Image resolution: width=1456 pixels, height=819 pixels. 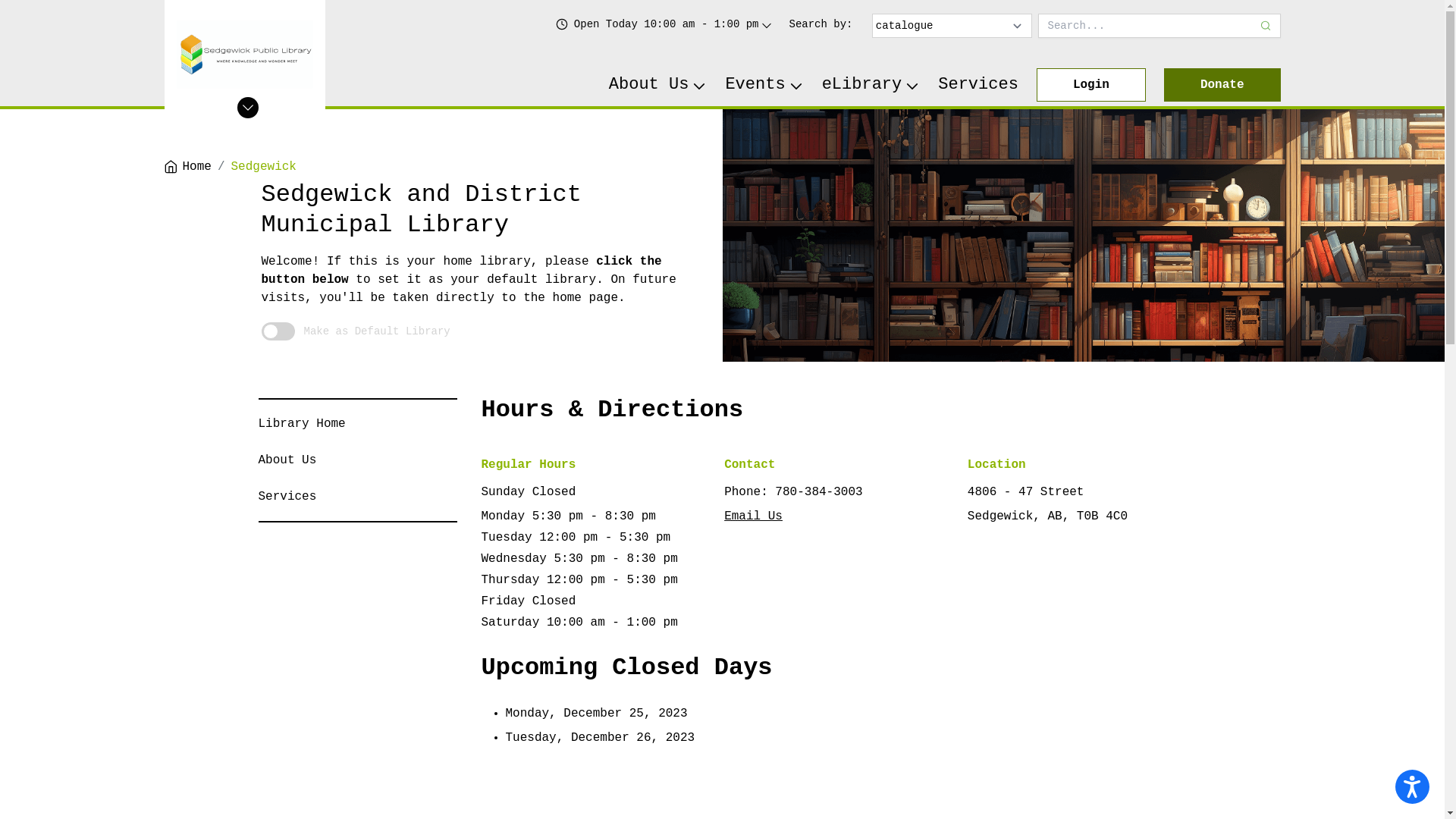 I want to click on 'eLibrary', so click(x=871, y=84).